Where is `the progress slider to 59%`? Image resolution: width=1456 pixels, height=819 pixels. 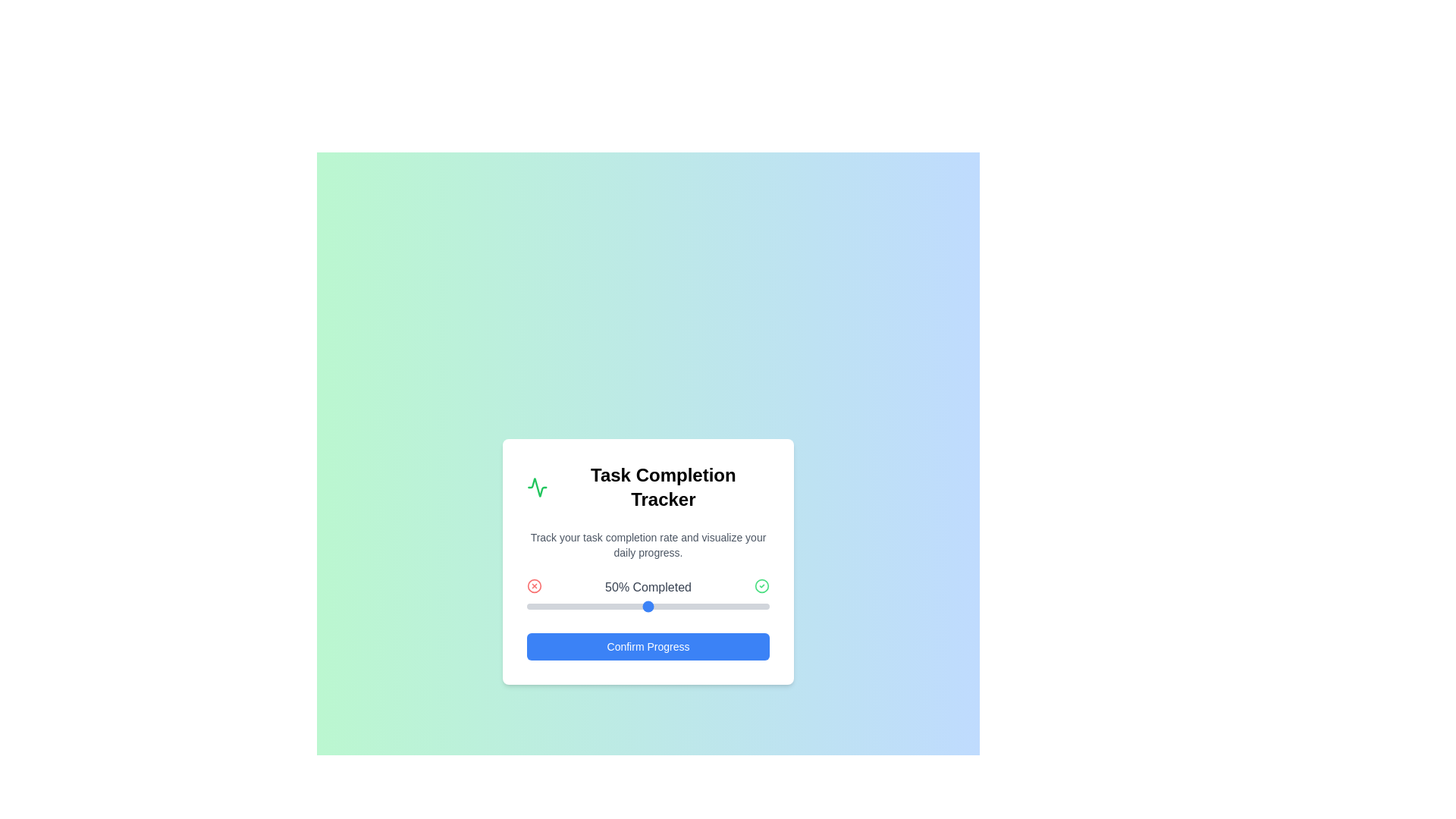 the progress slider to 59% is located at coordinates (669, 605).